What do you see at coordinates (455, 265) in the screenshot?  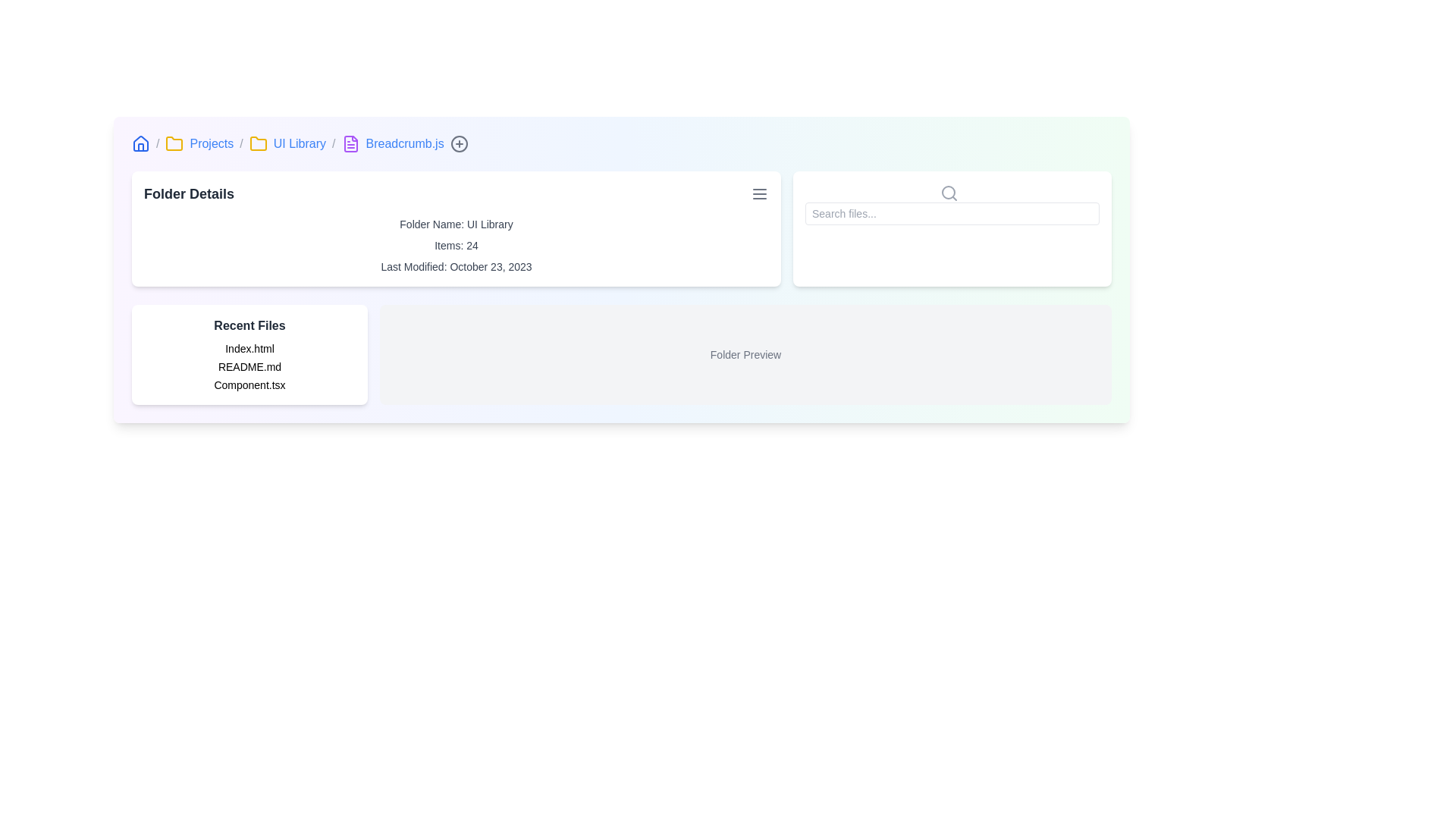 I see `date information displayed in the text label 'Last Modified: October 23, 2023', which is styled in grey and located beneath the text 'Items: 24' within the 'Folder Details' section` at bounding box center [455, 265].